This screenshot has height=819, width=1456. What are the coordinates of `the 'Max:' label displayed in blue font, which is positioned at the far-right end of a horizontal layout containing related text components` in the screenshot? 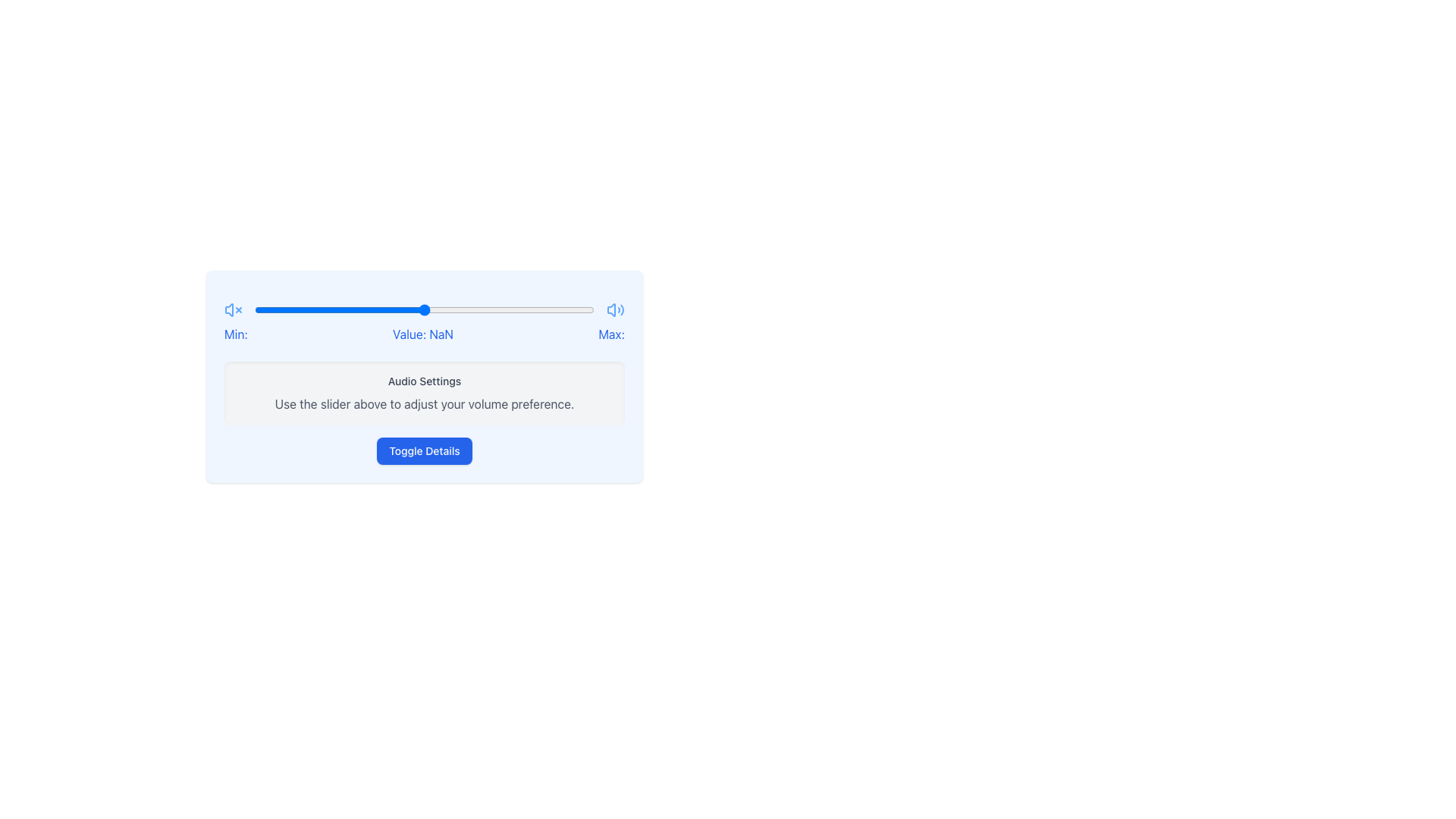 It's located at (611, 333).